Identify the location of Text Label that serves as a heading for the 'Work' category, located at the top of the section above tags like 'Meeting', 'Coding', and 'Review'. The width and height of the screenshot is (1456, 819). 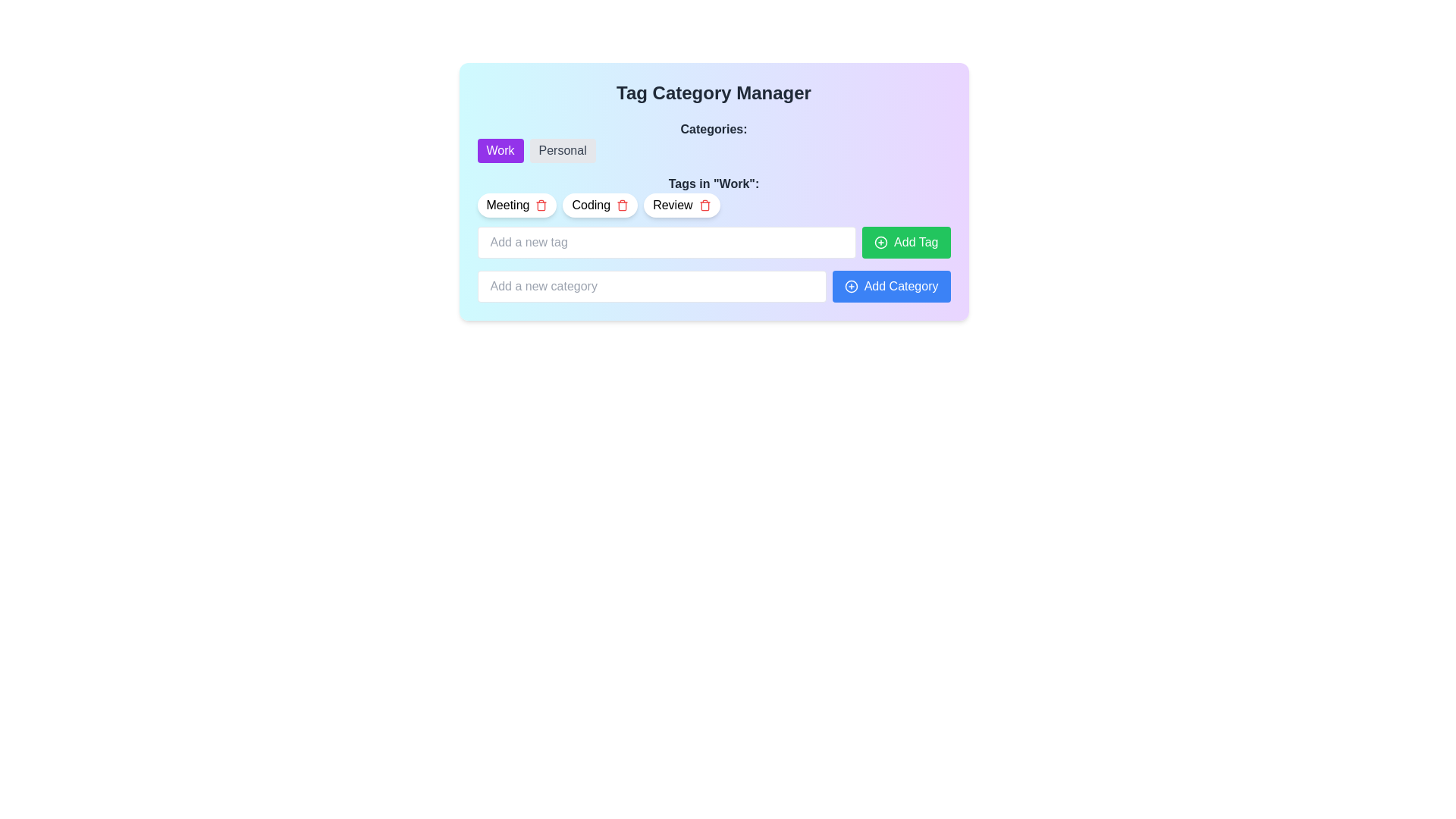
(713, 184).